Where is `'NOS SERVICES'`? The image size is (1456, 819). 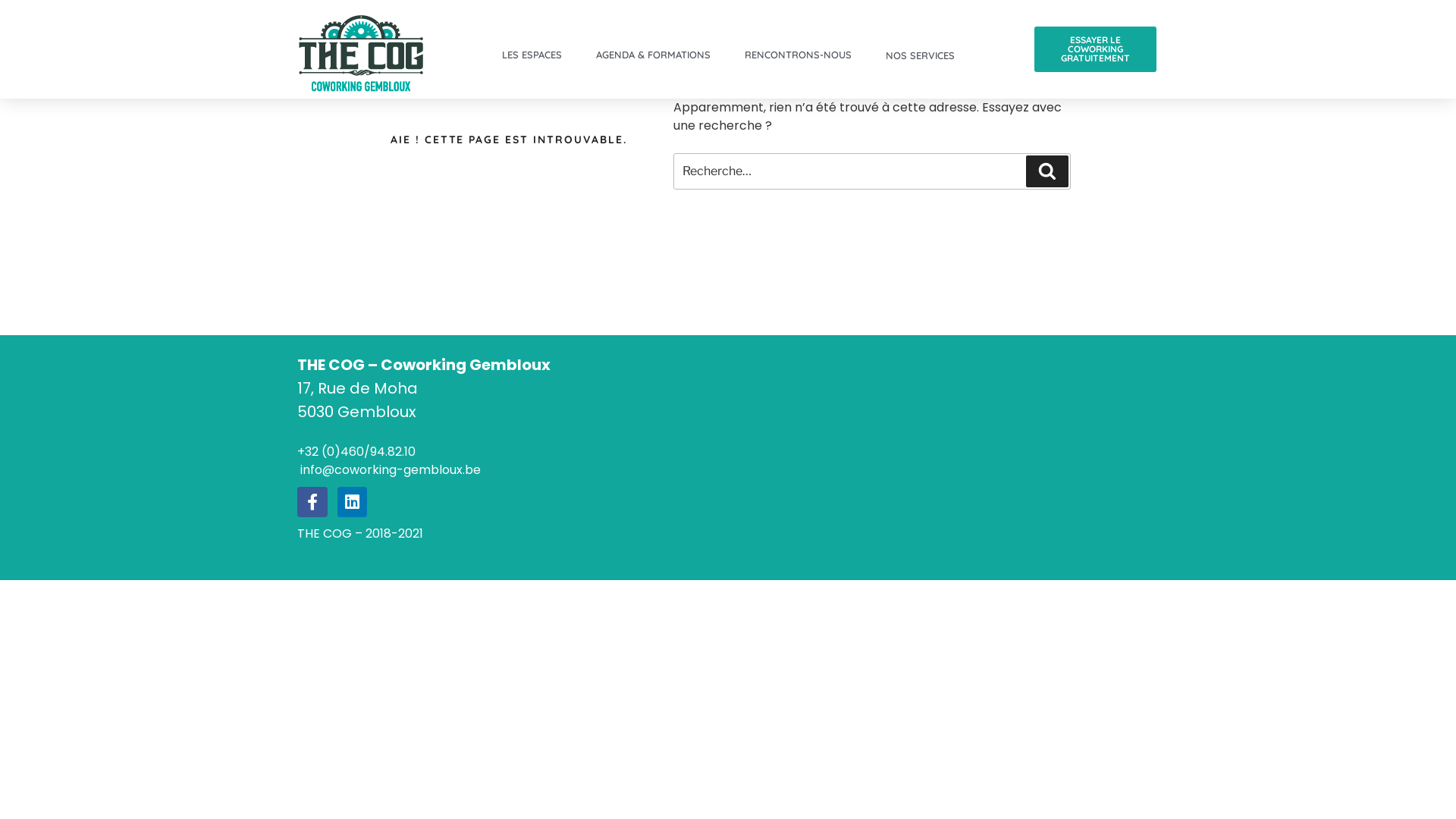
'NOS SERVICES' is located at coordinates (918, 54).